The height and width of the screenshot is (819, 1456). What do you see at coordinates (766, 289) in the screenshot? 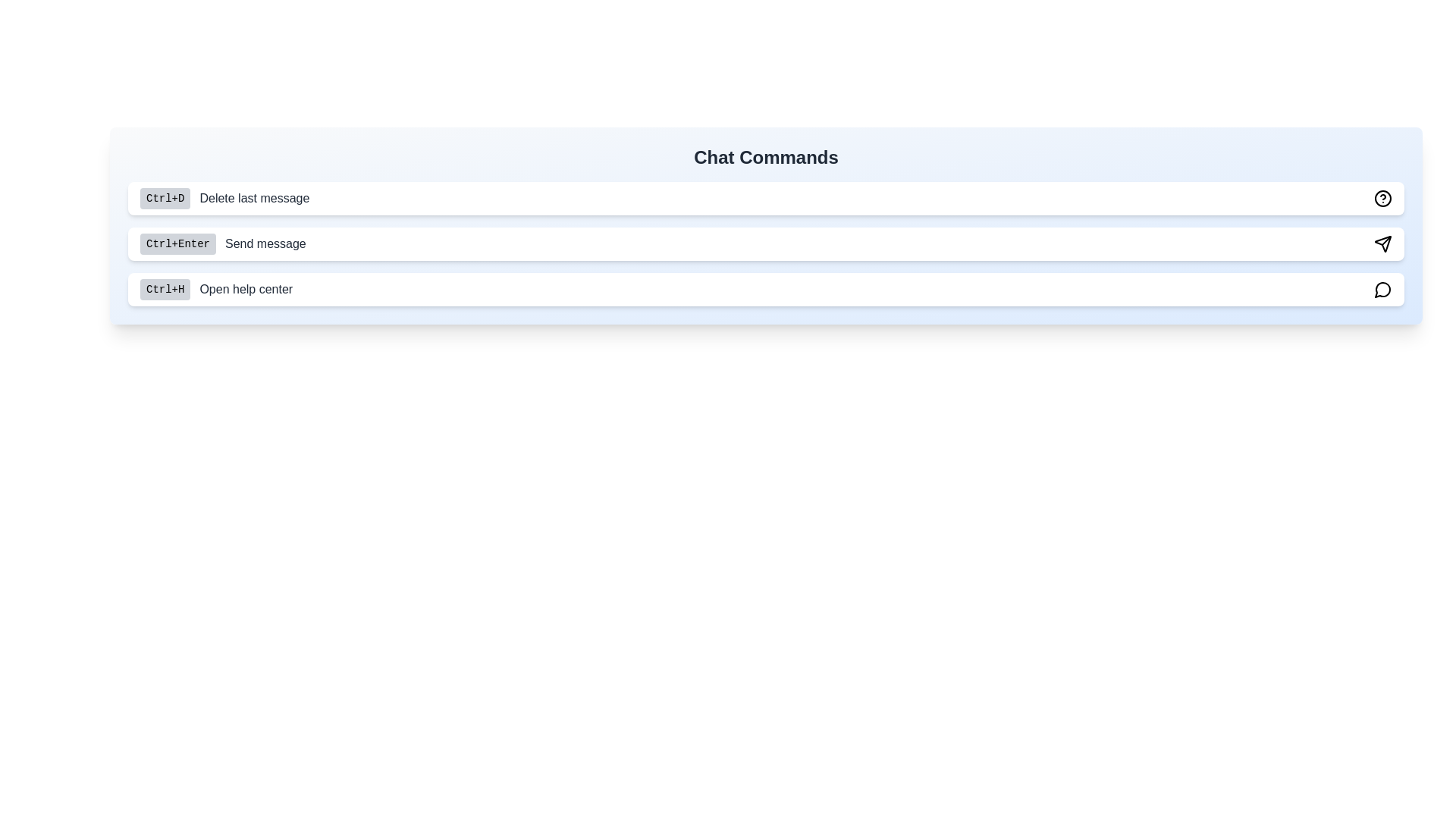
I see `the clickable informational block containing 'Ctrl+H' and 'Open help center'` at bounding box center [766, 289].